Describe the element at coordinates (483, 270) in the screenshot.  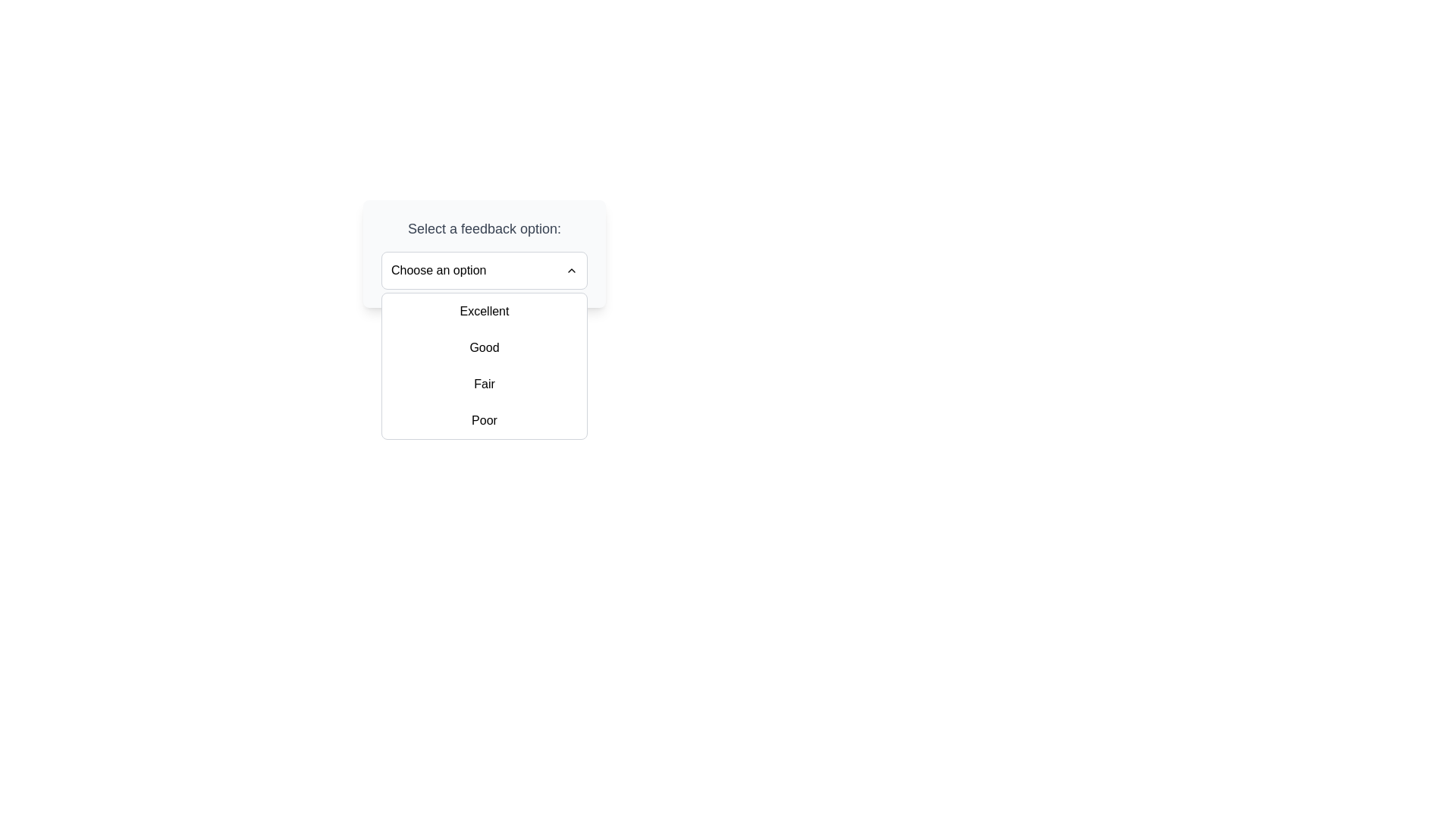
I see `the dropdown menu labeled 'Choose an option', located below the text 'Select a feedback option:', by clicking on it to display the options` at that location.